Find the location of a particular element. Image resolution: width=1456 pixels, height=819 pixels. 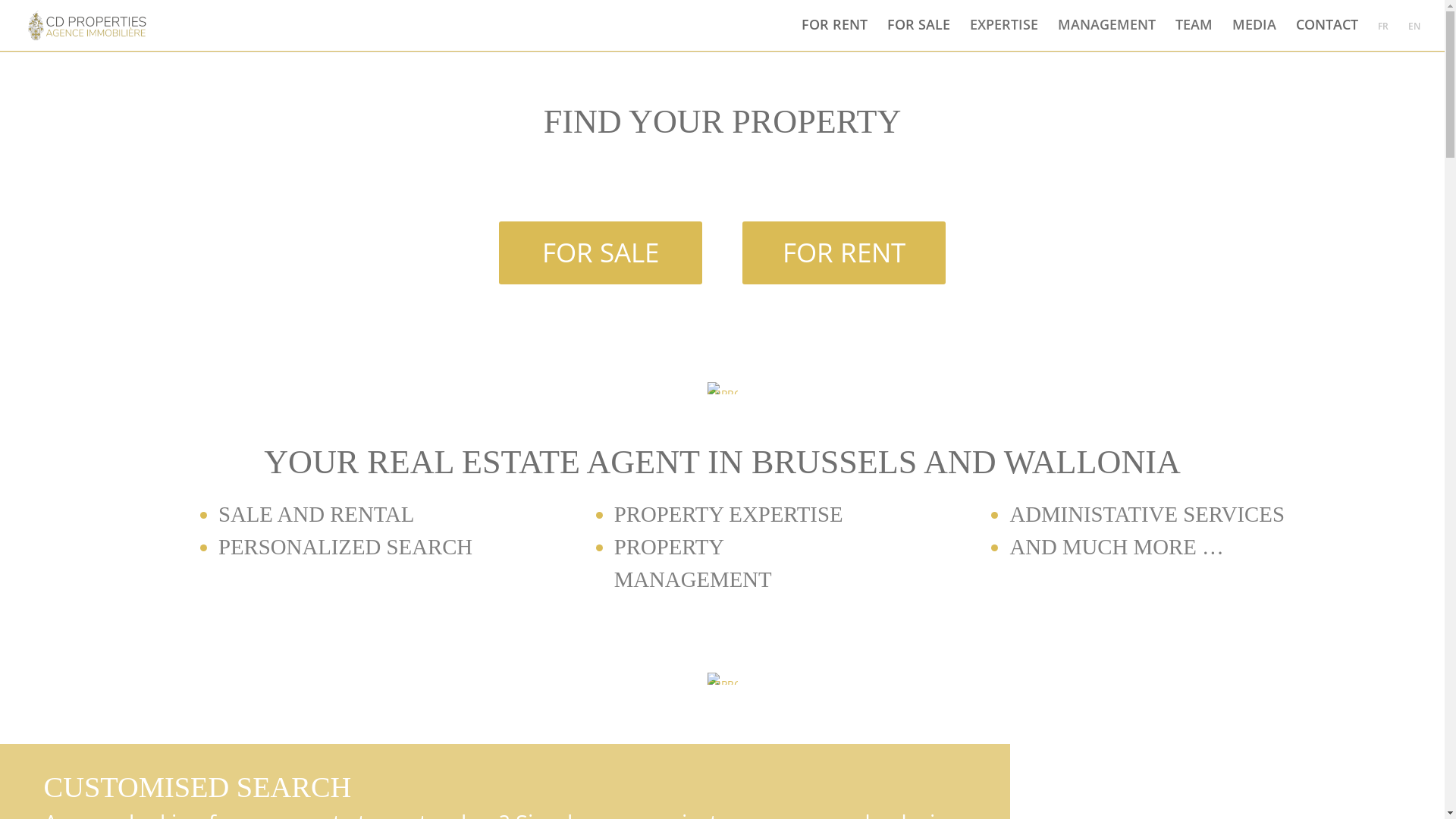

'CDPROPERTIES_IMMOBILIER_next-01-01-01' is located at coordinates (720, 677).